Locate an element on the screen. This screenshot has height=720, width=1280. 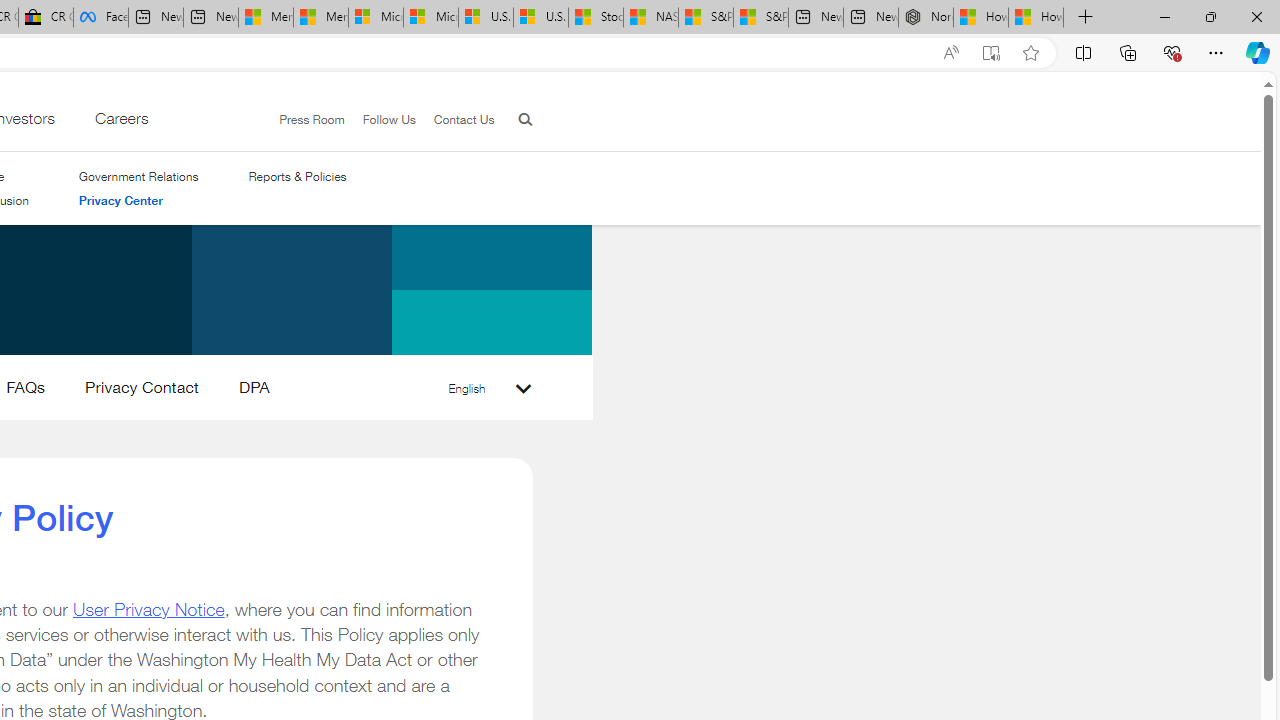
'Enter Immersive Reader (F9)' is located at coordinates (991, 52).